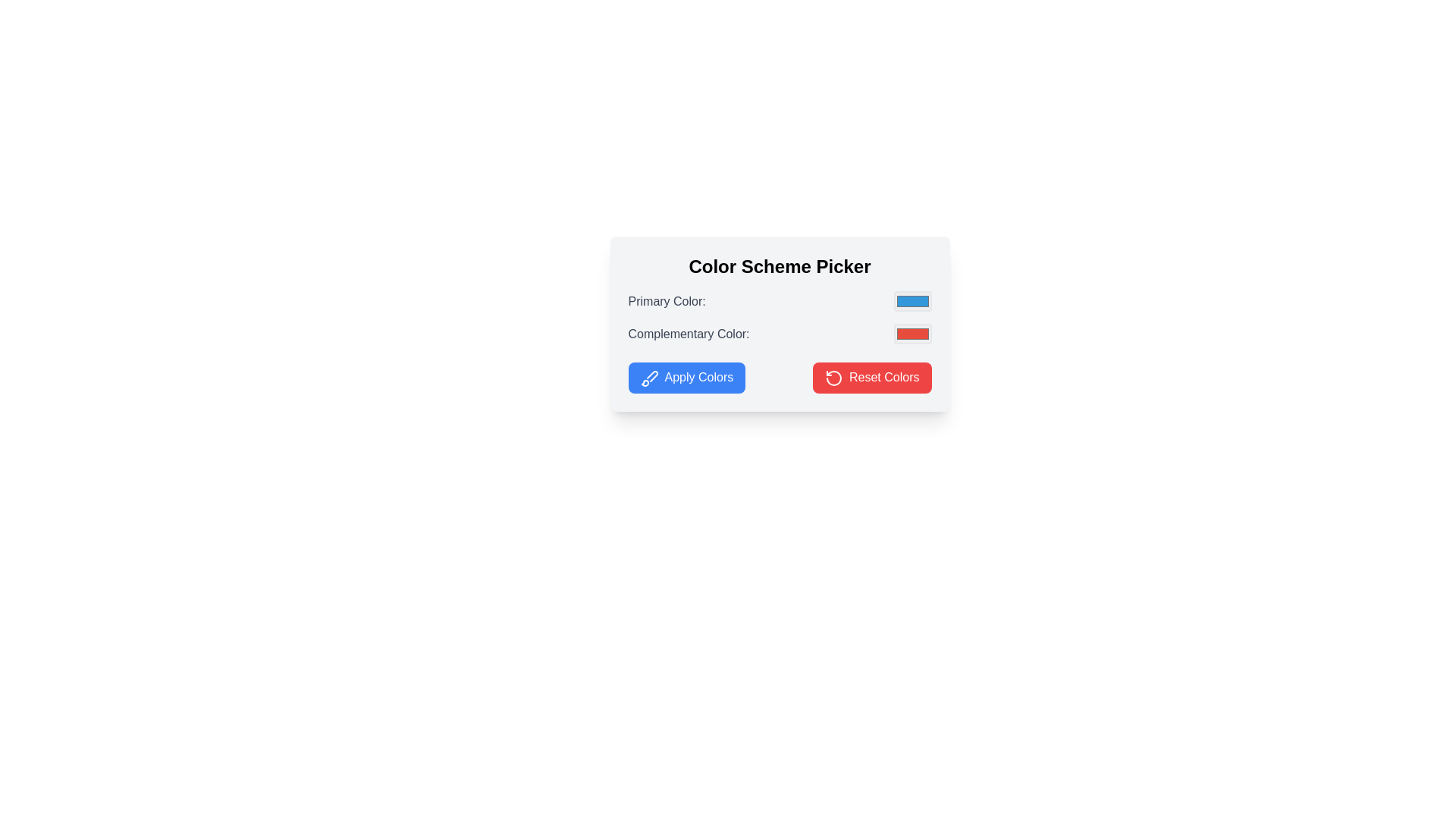  Describe the element at coordinates (912, 301) in the screenshot. I see `the Color input field located in the top right area of the interface card, aligned horizontally with the label 'Primary Color:', to change its value` at that location.